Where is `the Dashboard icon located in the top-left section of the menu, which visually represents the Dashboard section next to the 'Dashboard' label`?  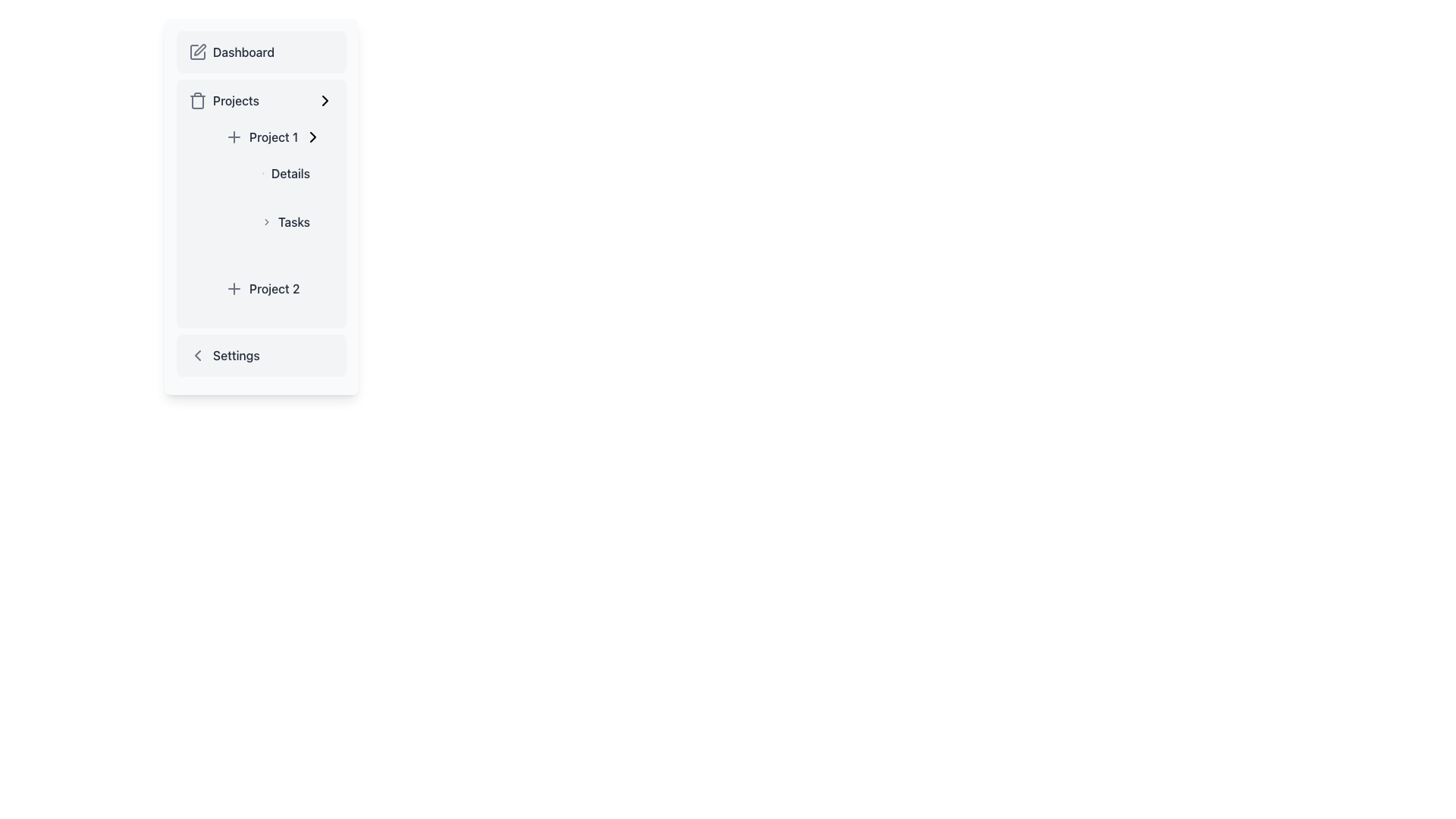
the Dashboard icon located in the top-left section of the menu, which visually represents the Dashboard section next to the 'Dashboard' label is located at coordinates (196, 52).